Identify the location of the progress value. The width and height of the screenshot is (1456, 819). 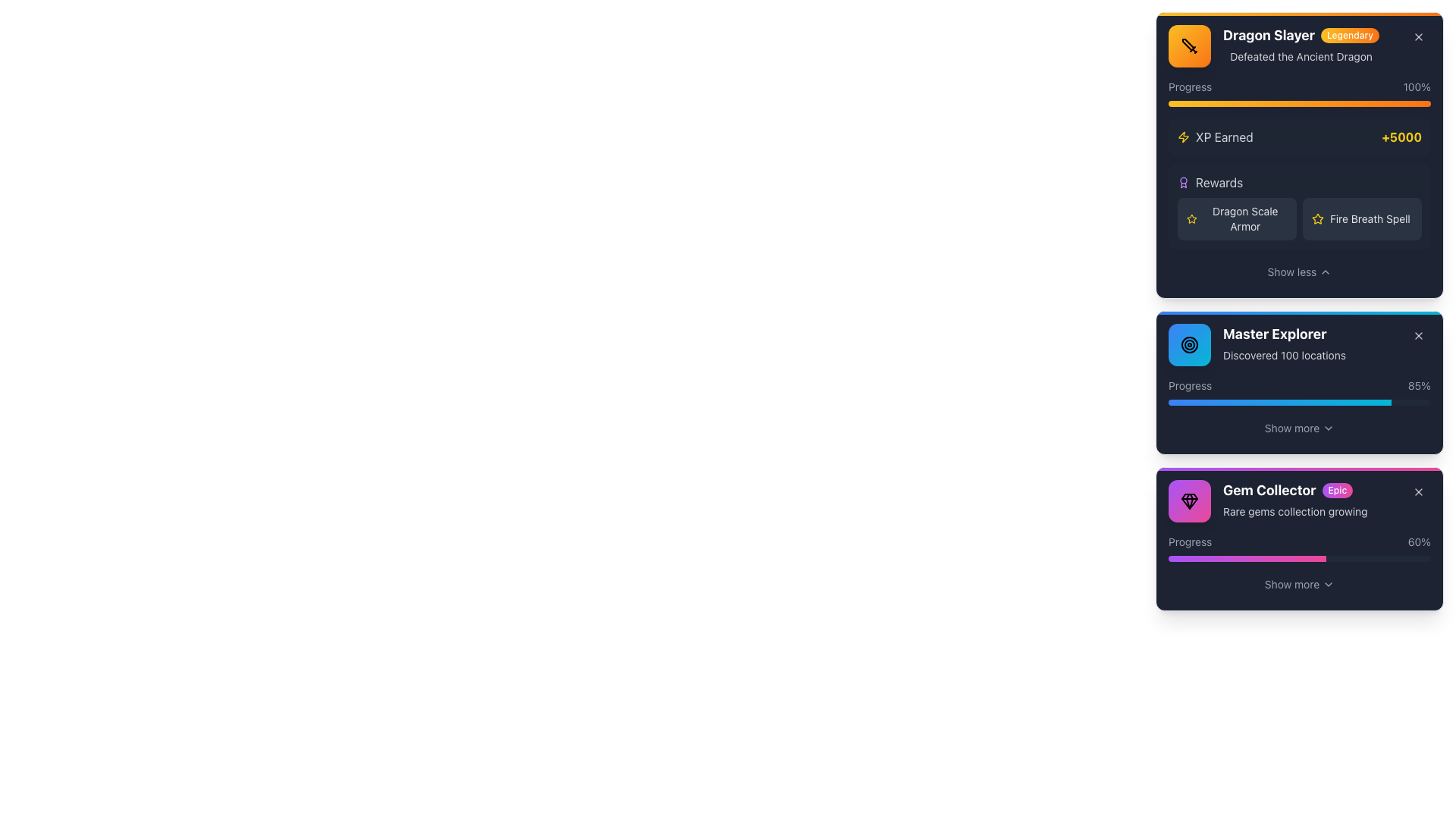
(1245, 558).